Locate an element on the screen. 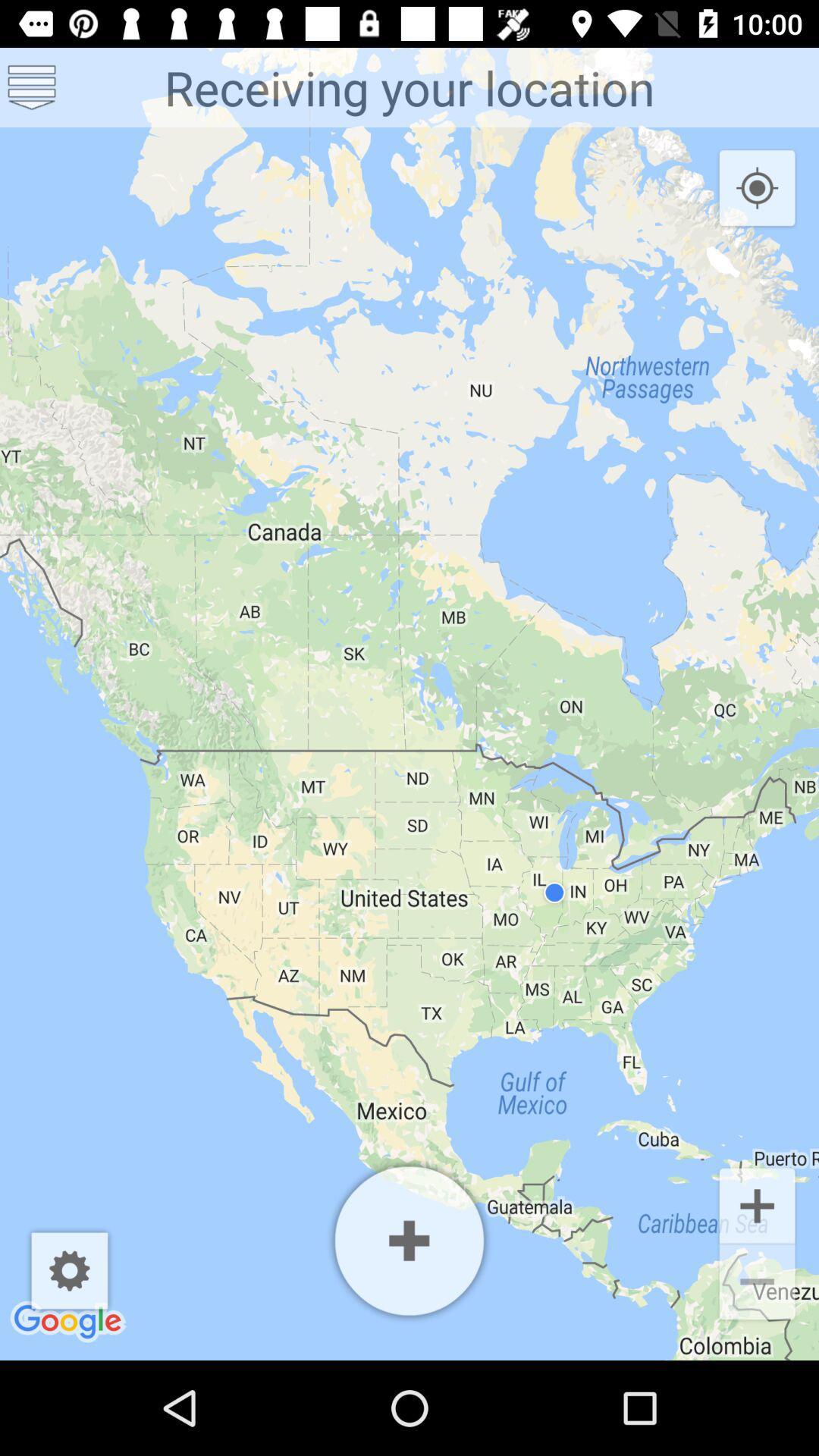 This screenshot has height=1456, width=819. an item is located at coordinates (409, 1241).